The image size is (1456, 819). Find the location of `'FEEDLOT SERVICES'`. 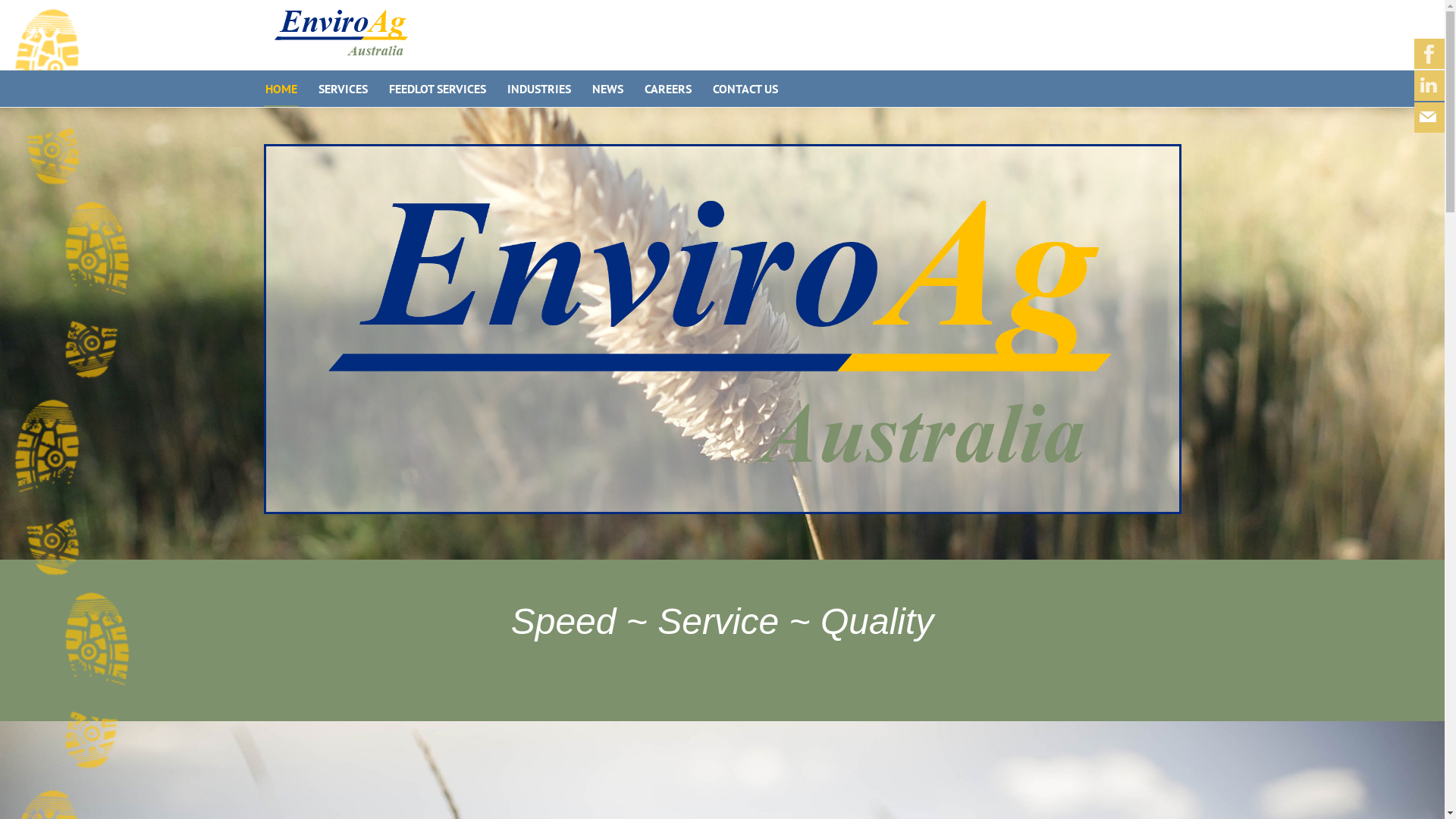

'FEEDLOT SERVICES' is located at coordinates (436, 88).